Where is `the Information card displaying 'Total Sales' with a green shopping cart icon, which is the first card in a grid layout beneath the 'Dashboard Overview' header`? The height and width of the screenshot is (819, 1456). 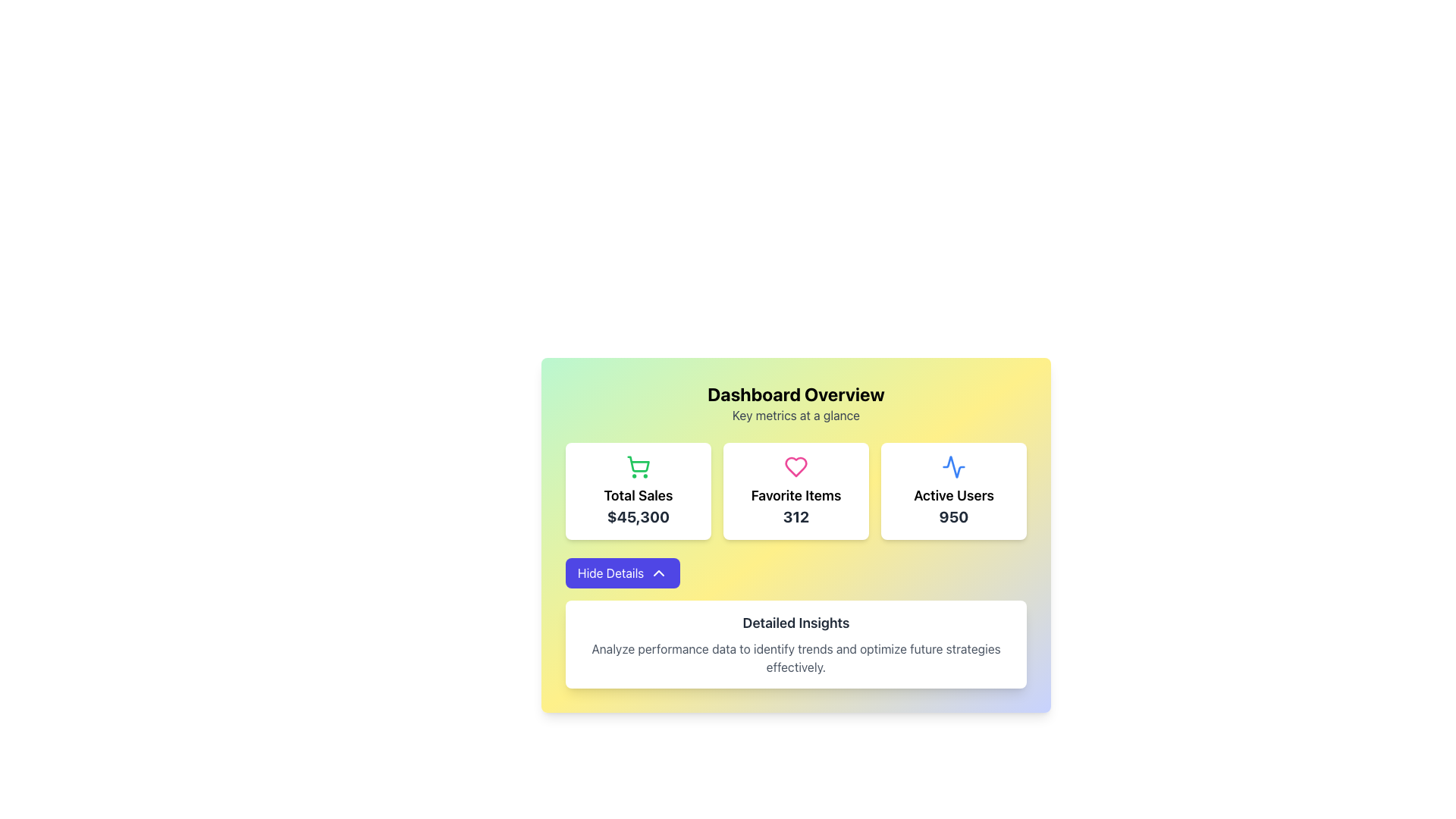
the Information card displaying 'Total Sales' with a green shopping cart icon, which is the first card in a grid layout beneath the 'Dashboard Overview' header is located at coordinates (638, 491).